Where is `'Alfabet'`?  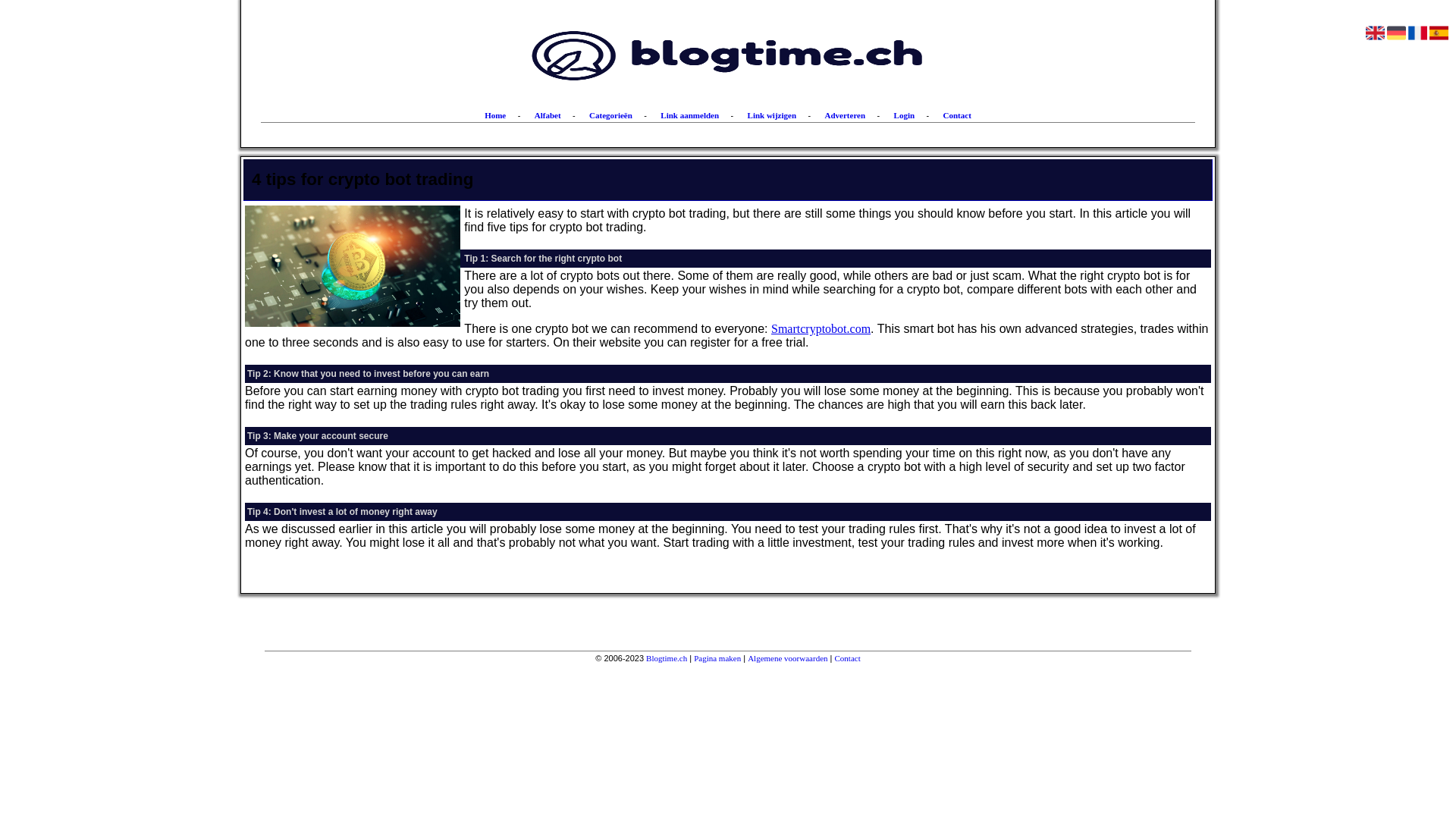 'Alfabet' is located at coordinates (547, 114).